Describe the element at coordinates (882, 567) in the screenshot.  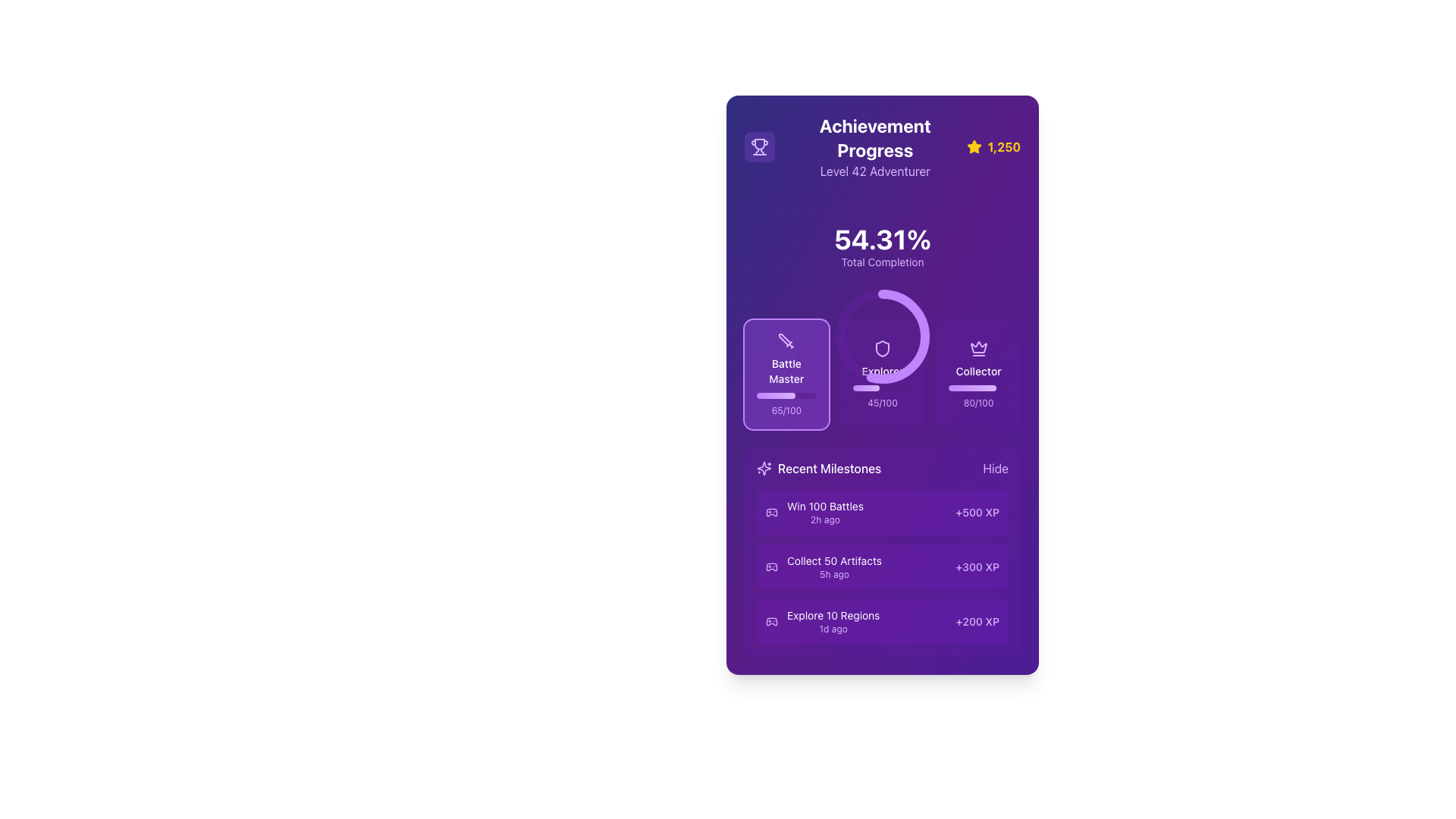
I see `the informational block indicating the achievement of collecting 50 artifacts, which is located in the second row of the 'Recent Milestones' section` at that location.